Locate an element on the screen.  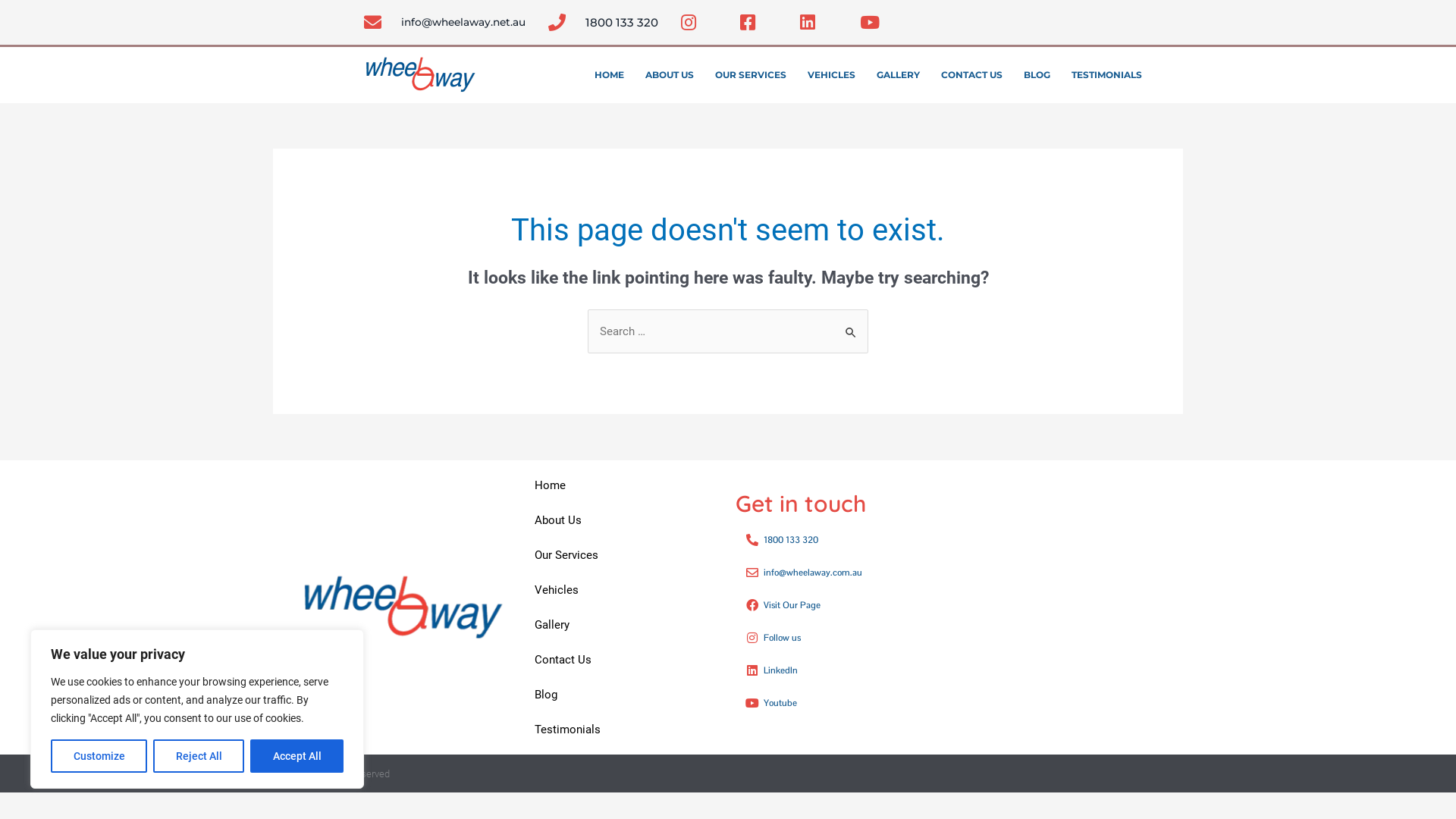
'Reject All' is located at coordinates (198, 755).